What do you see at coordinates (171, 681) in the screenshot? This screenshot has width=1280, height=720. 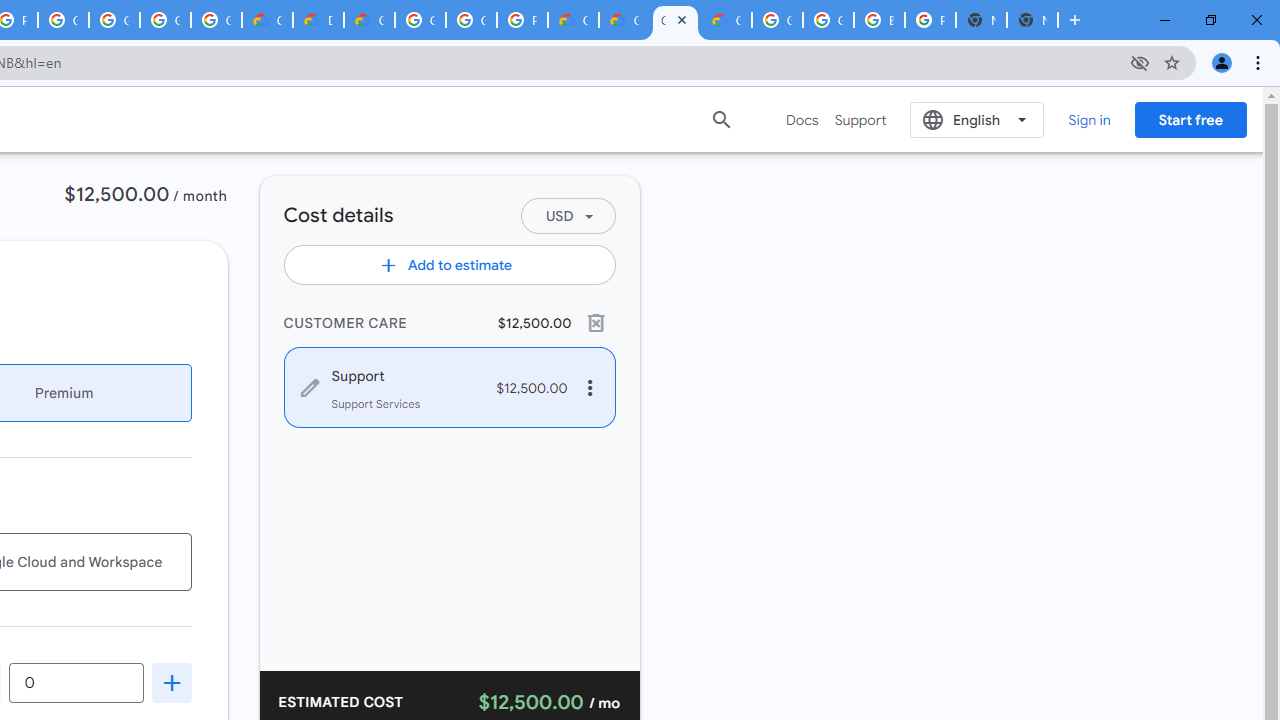 I see `'Increment'` at bounding box center [171, 681].